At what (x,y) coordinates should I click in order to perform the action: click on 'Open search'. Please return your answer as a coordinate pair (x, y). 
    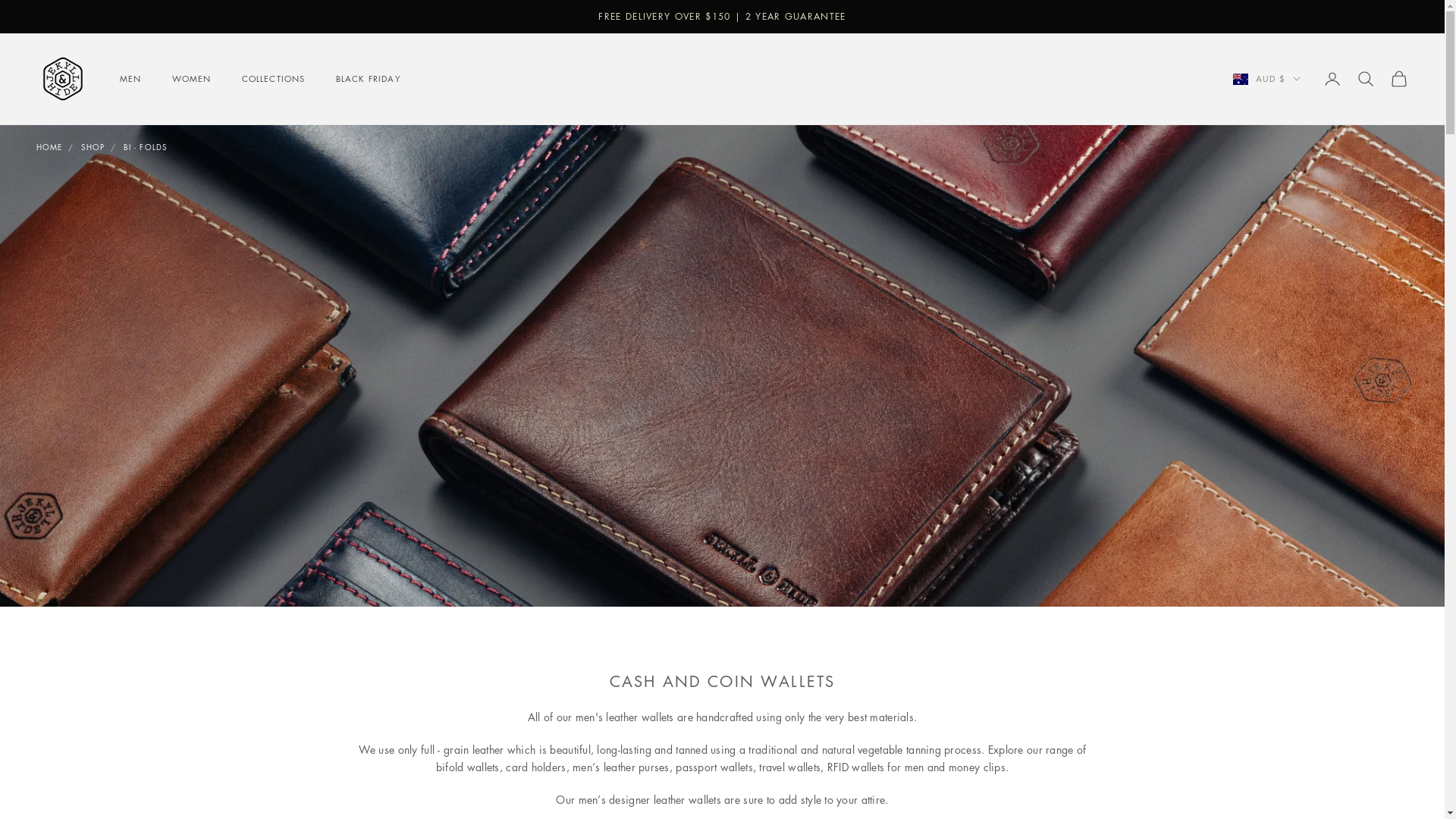
    Looking at the image, I should click on (1365, 79).